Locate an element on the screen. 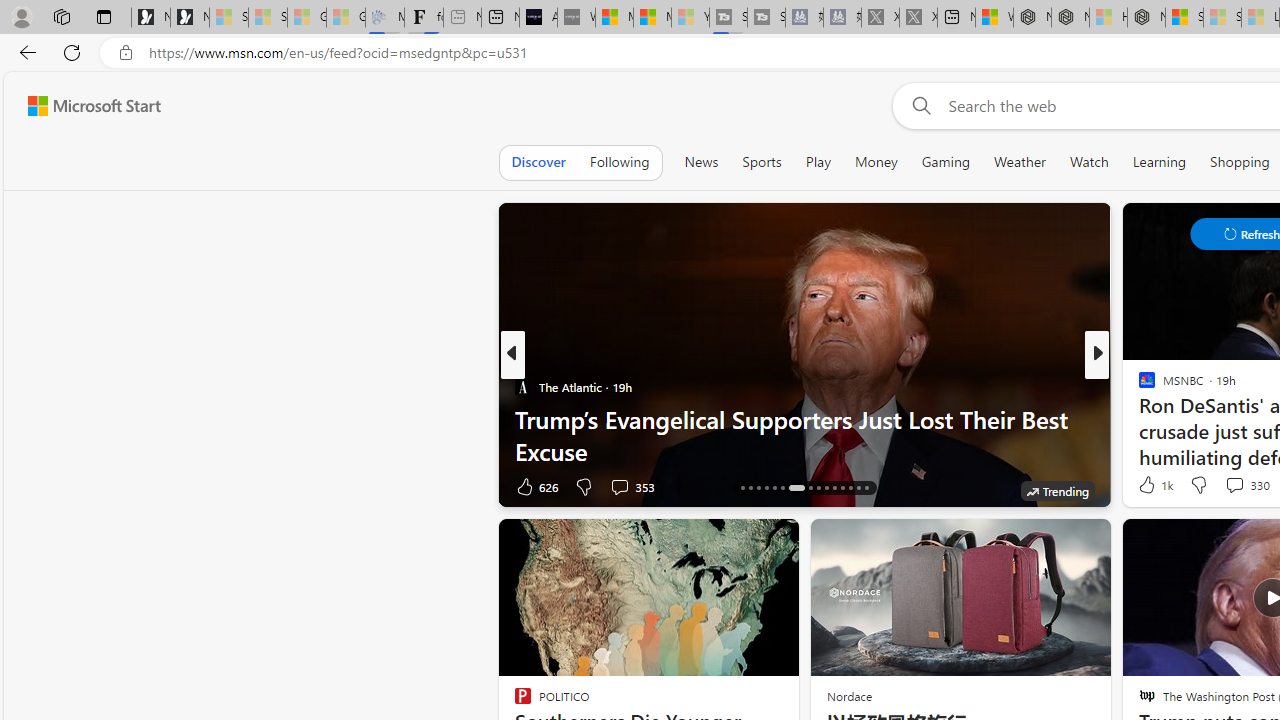  'Microsoft Start' is located at coordinates (93, 105).